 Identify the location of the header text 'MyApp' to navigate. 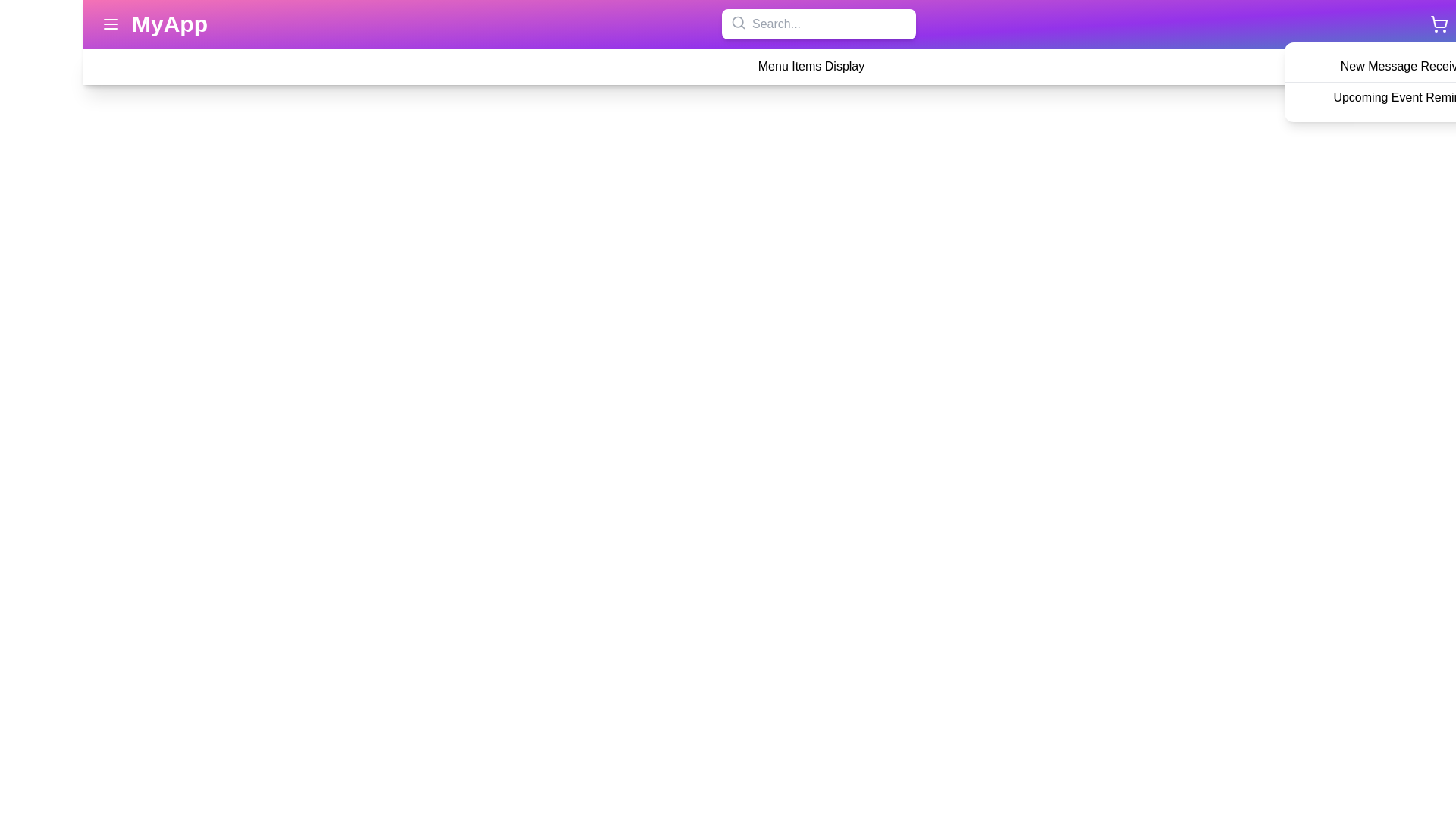
(170, 24).